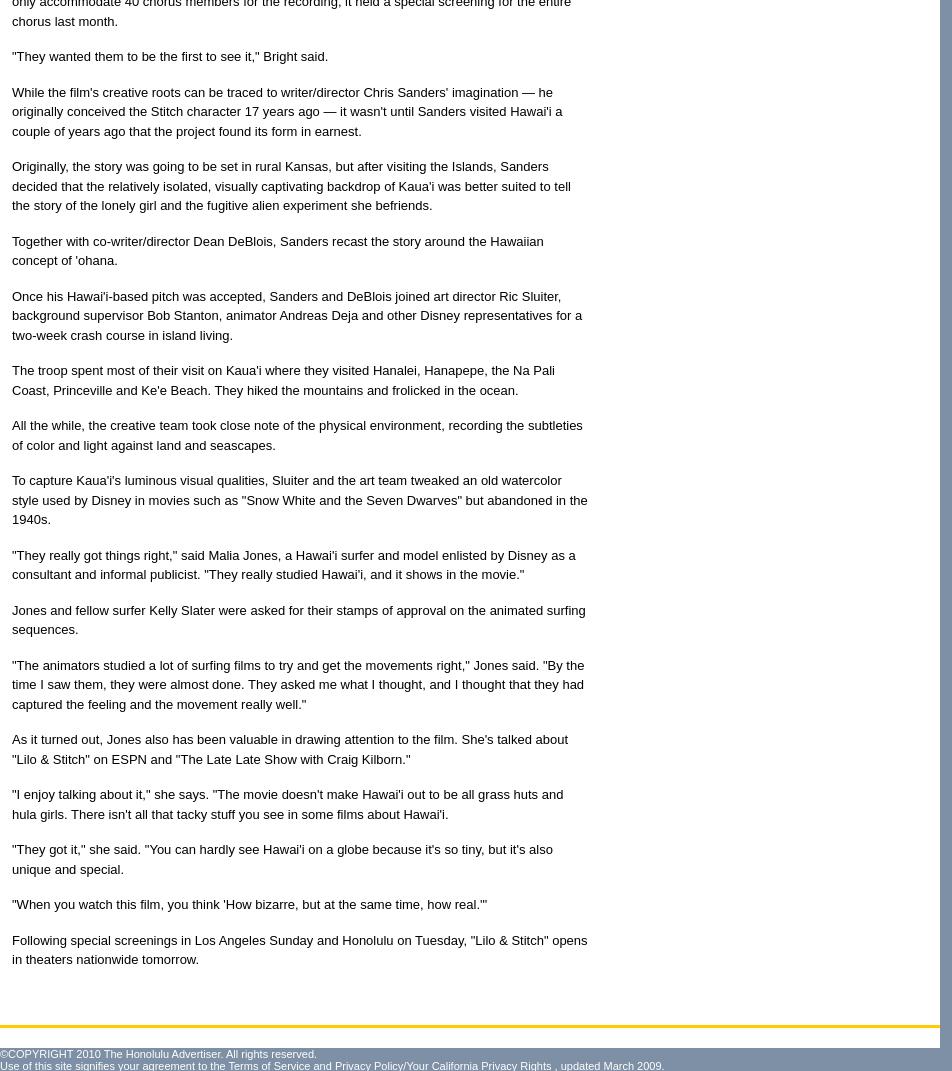 The height and width of the screenshot is (1071, 952). I want to click on 'Following special screenings in Los Angeles Sunday and Honolulu on Tuesday, "Lilo & Stitch" opens in theaters nationwide tomorrow.', so click(299, 948).